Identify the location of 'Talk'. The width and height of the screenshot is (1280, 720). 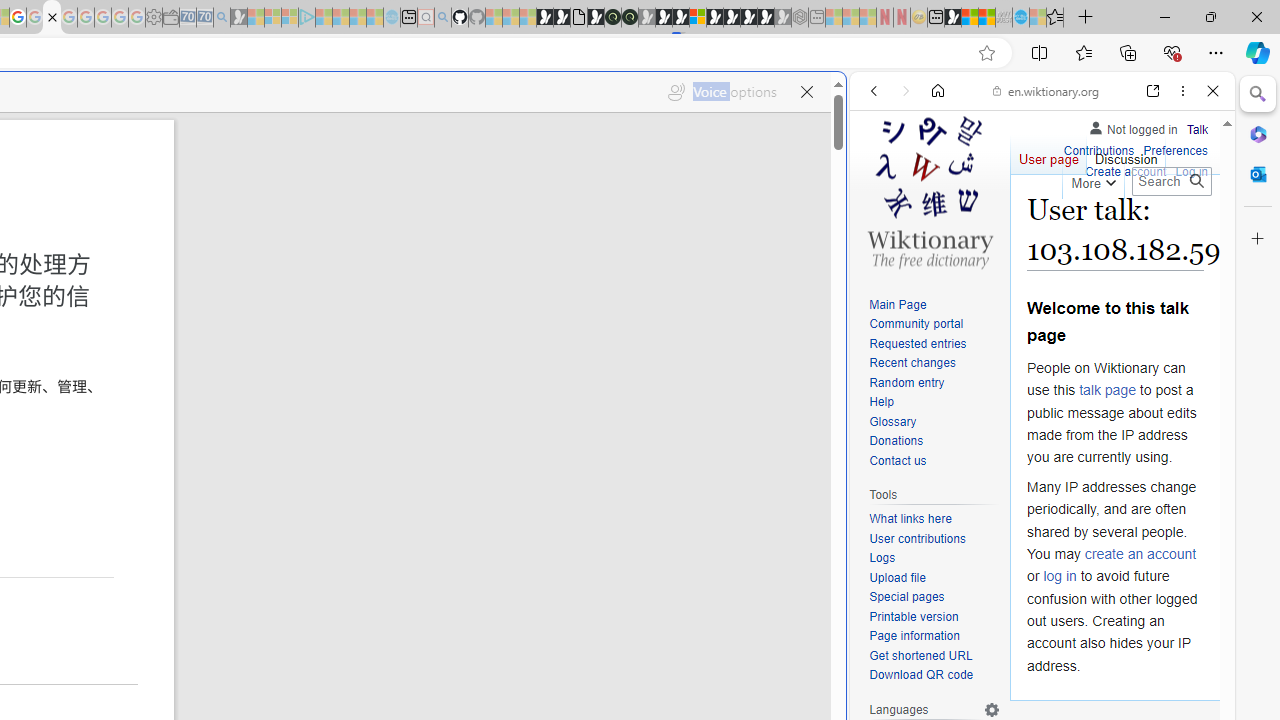
(1197, 129).